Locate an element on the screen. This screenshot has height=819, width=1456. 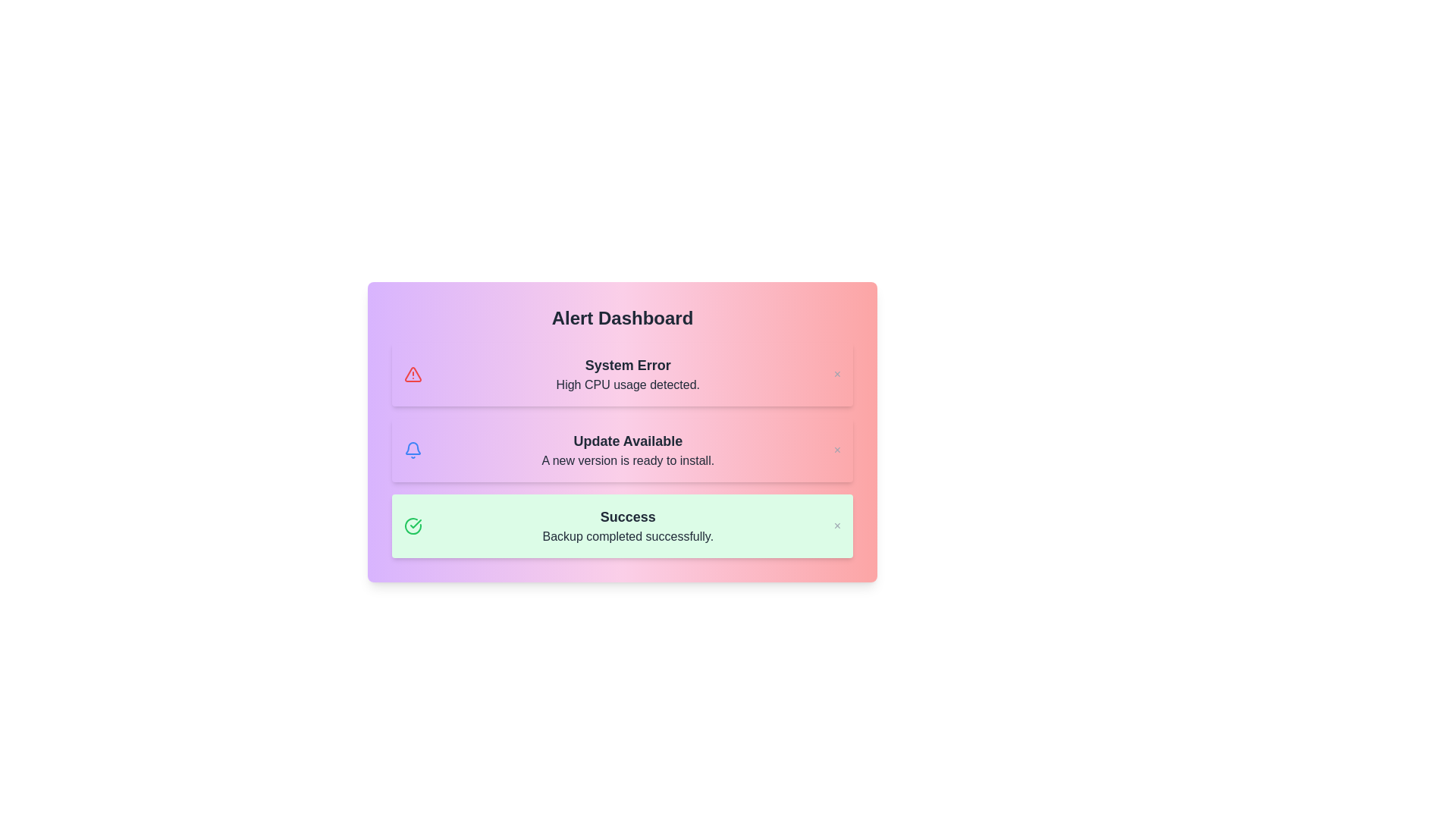
the close button to dismiss the notification with title 'Success' is located at coordinates (836, 526).